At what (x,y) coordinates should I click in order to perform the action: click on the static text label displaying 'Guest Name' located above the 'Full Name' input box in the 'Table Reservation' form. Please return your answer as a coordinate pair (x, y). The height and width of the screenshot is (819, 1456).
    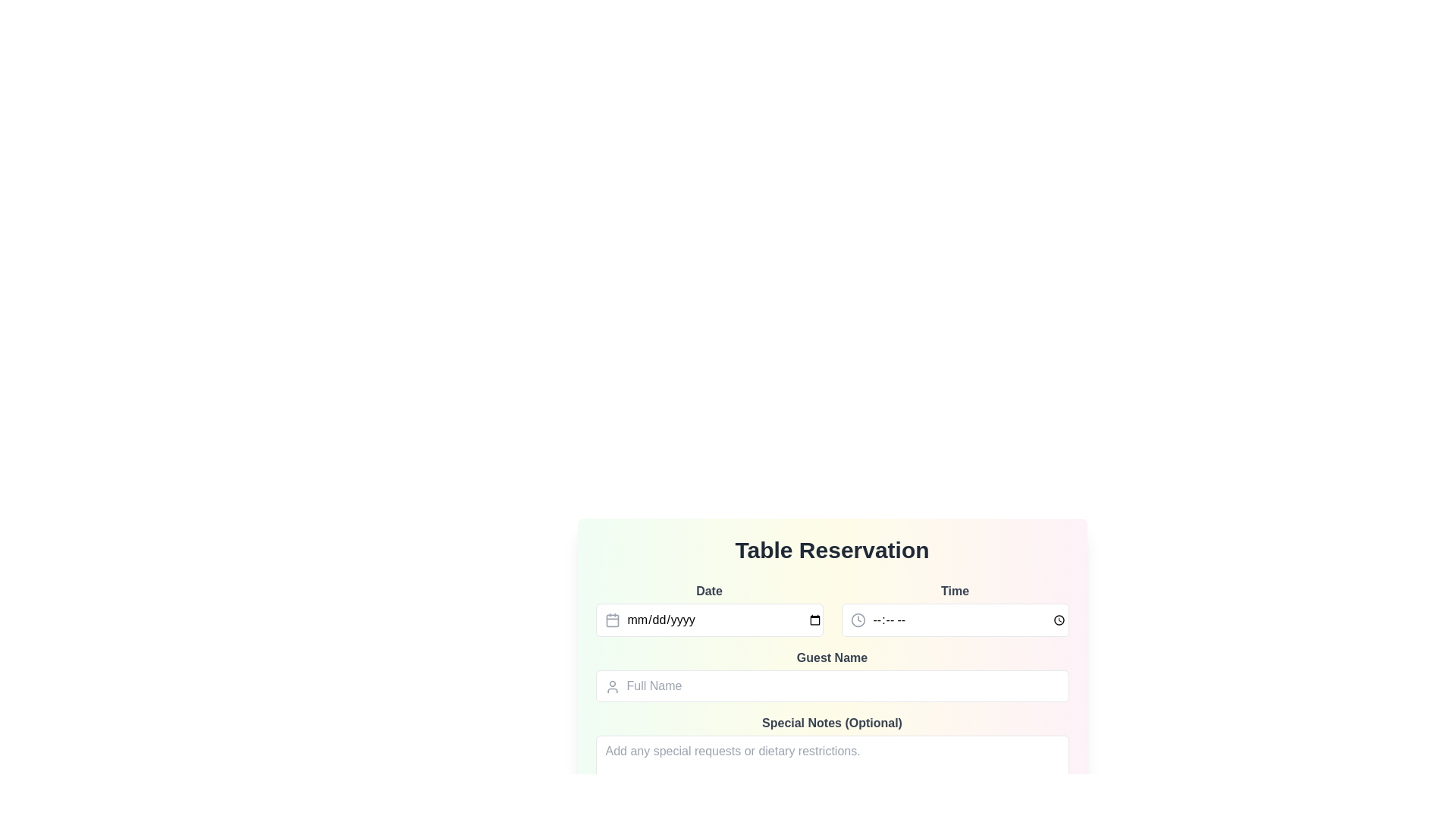
    Looking at the image, I should click on (831, 657).